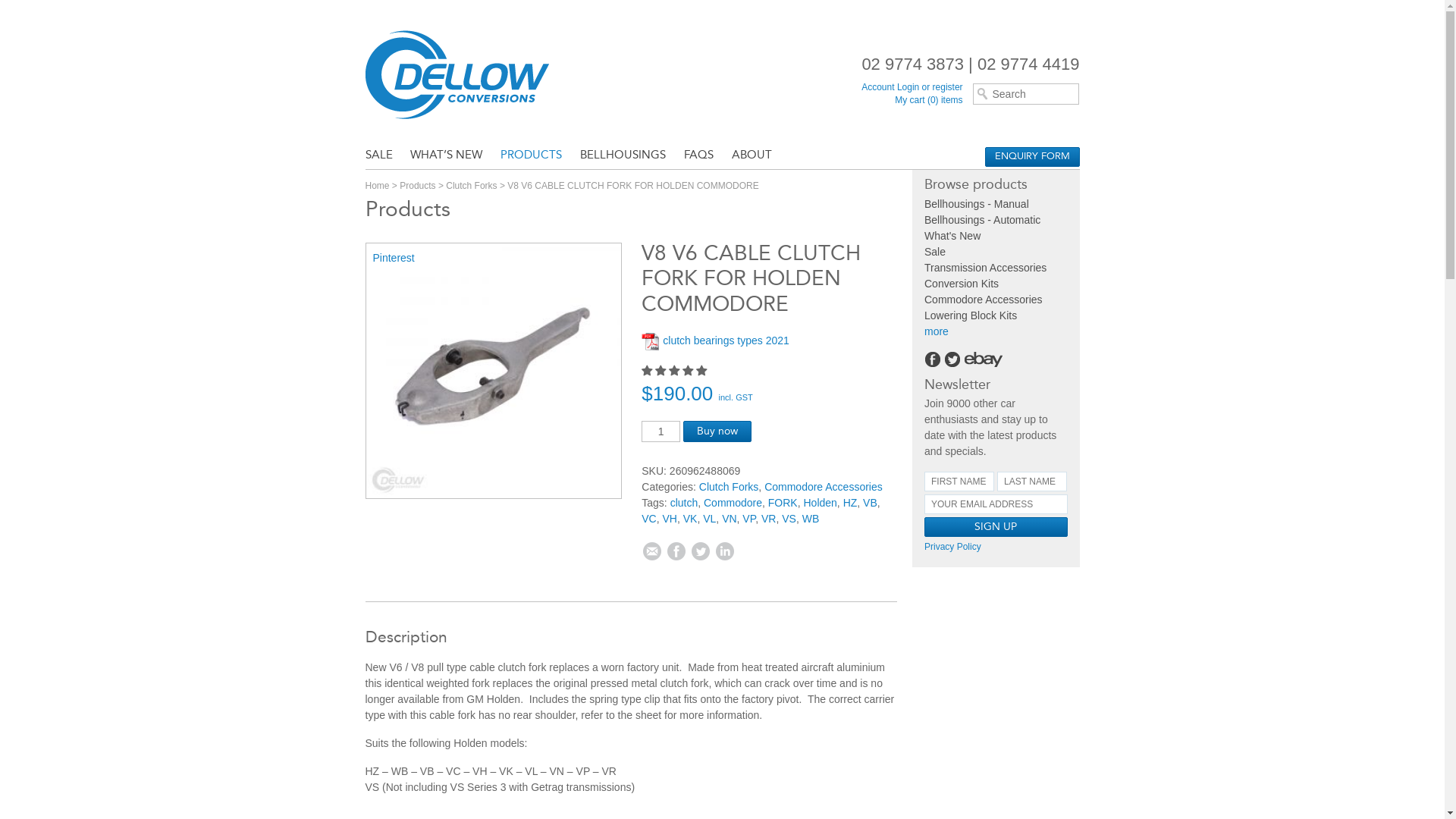 This screenshot has width=1456, height=819. Describe the element at coordinates (976, 203) in the screenshot. I see `'Bellhousings - Manual'` at that location.